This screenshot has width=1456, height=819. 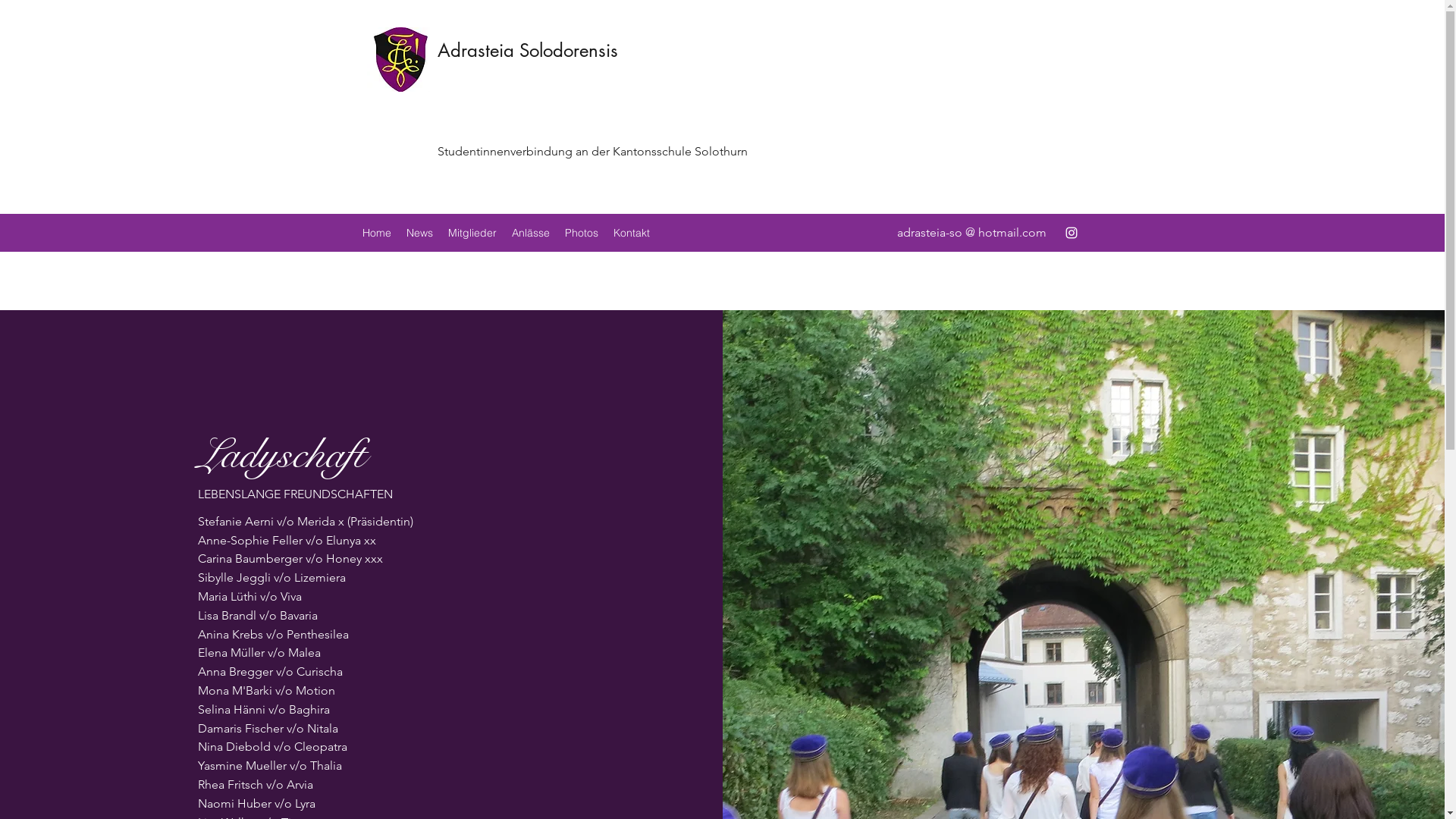 What do you see at coordinates (471, 233) in the screenshot?
I see `'Mitglieder'` at bounding box center [471, 233].